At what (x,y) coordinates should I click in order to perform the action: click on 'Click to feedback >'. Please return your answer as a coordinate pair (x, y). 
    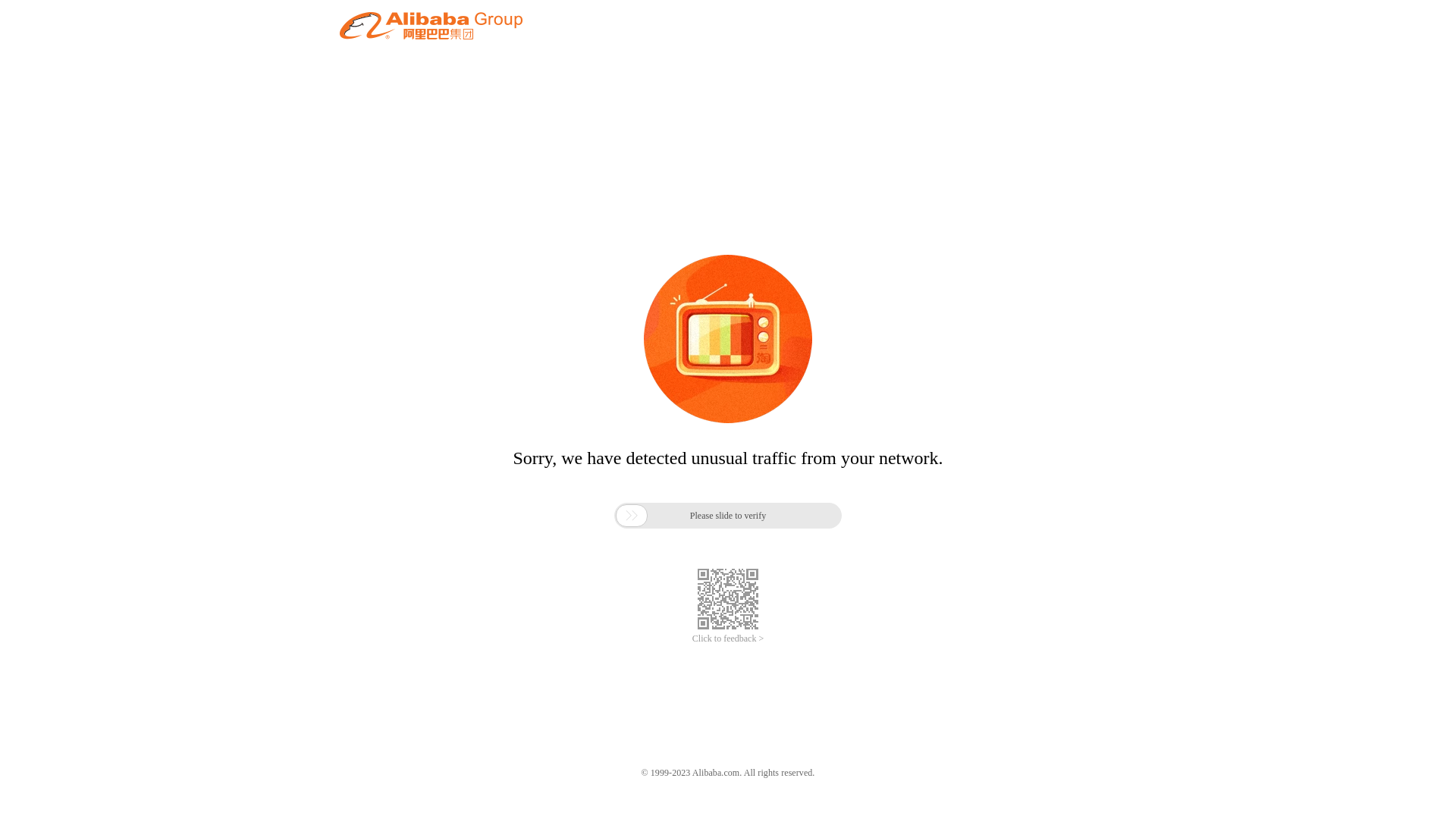
    Looking at the image, I should click on (728, 639).